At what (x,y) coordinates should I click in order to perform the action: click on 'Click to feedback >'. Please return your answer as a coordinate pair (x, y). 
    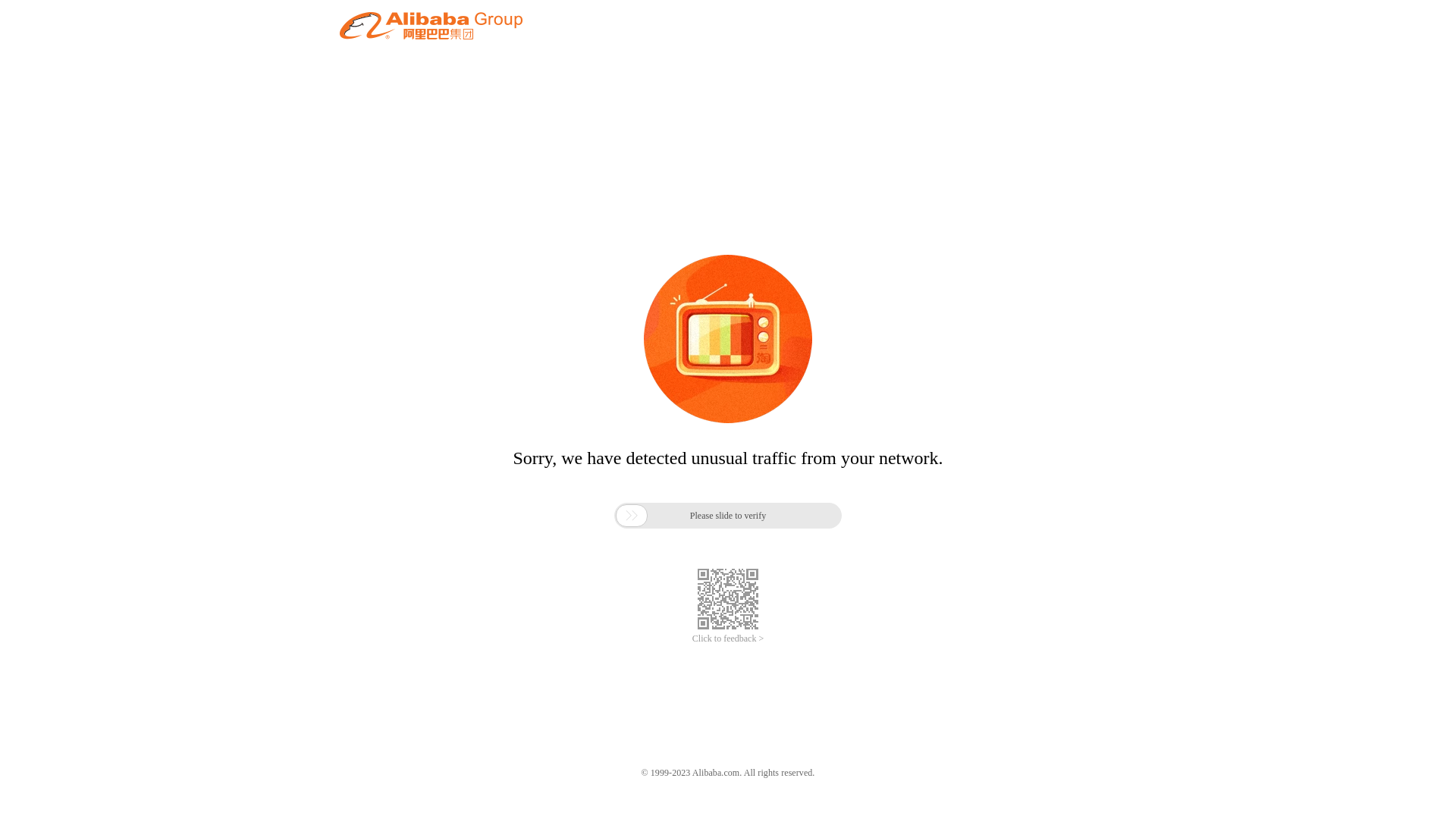
    Looking at the image, I should click on (728, 639).